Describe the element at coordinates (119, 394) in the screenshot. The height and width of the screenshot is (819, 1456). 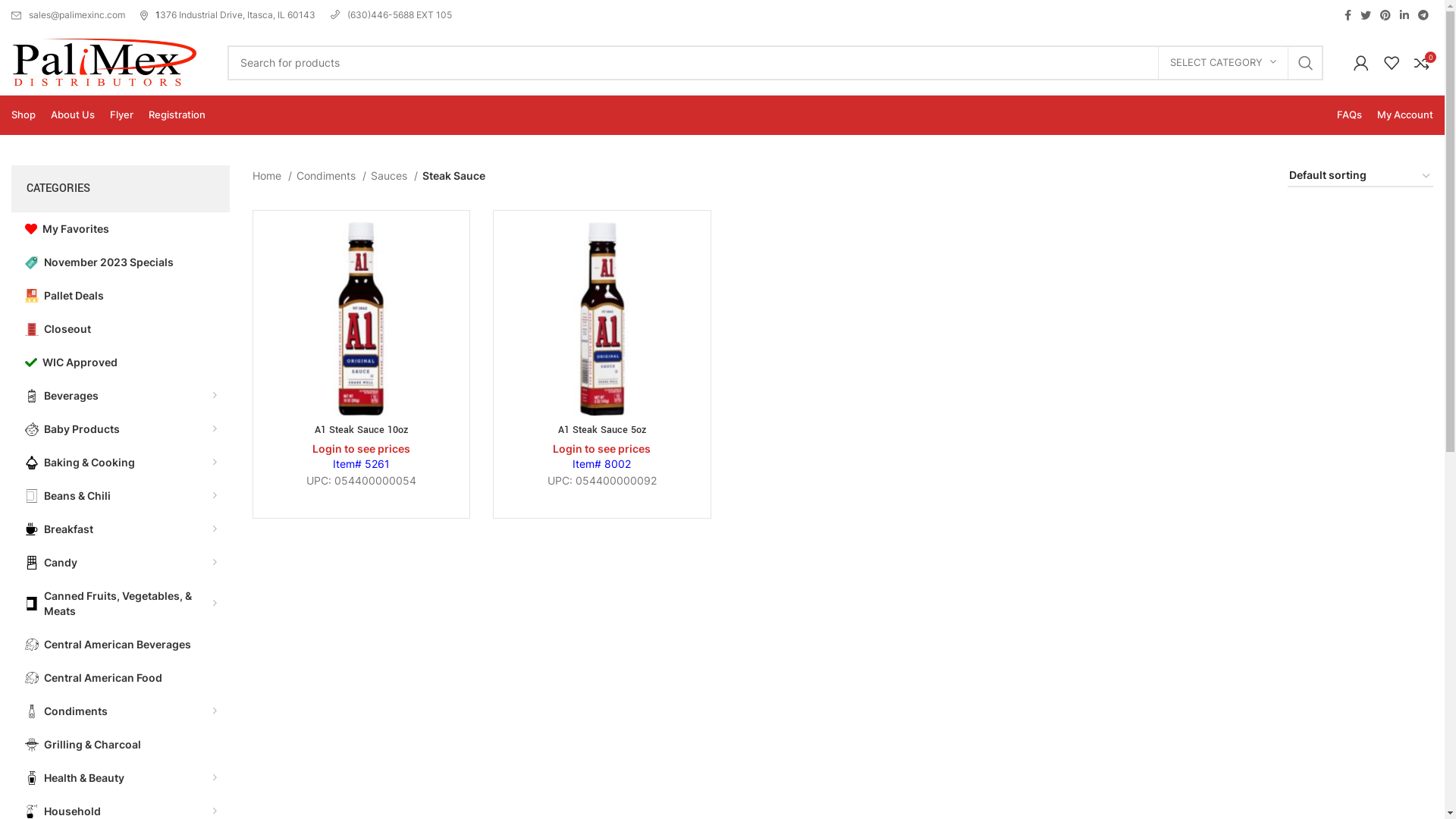
I see `'Beverages'` at that location.